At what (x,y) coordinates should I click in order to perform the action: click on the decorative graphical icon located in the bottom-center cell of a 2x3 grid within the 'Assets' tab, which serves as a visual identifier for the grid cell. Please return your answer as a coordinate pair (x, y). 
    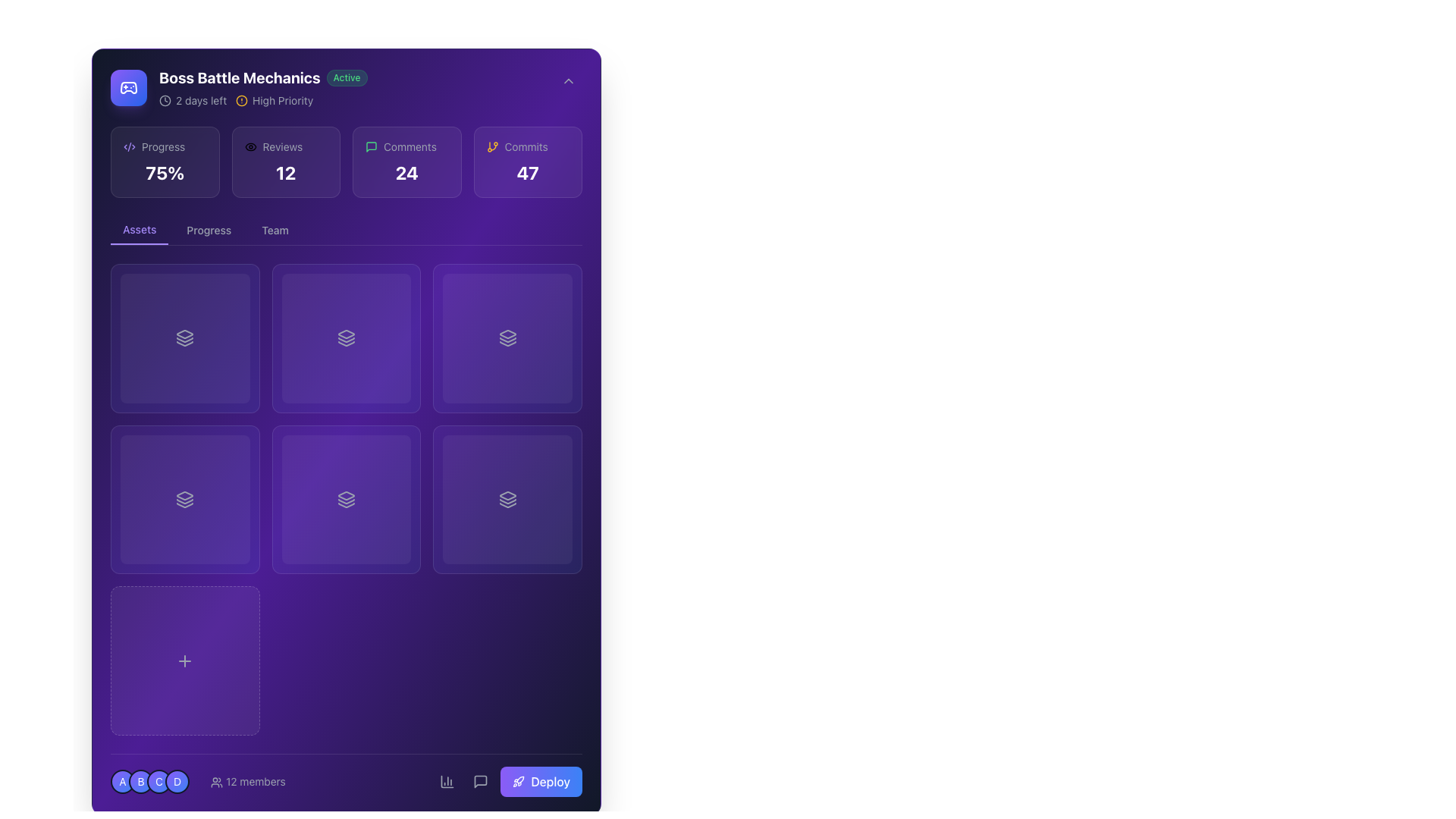
    Looking at the image, I should click on (345, 505).